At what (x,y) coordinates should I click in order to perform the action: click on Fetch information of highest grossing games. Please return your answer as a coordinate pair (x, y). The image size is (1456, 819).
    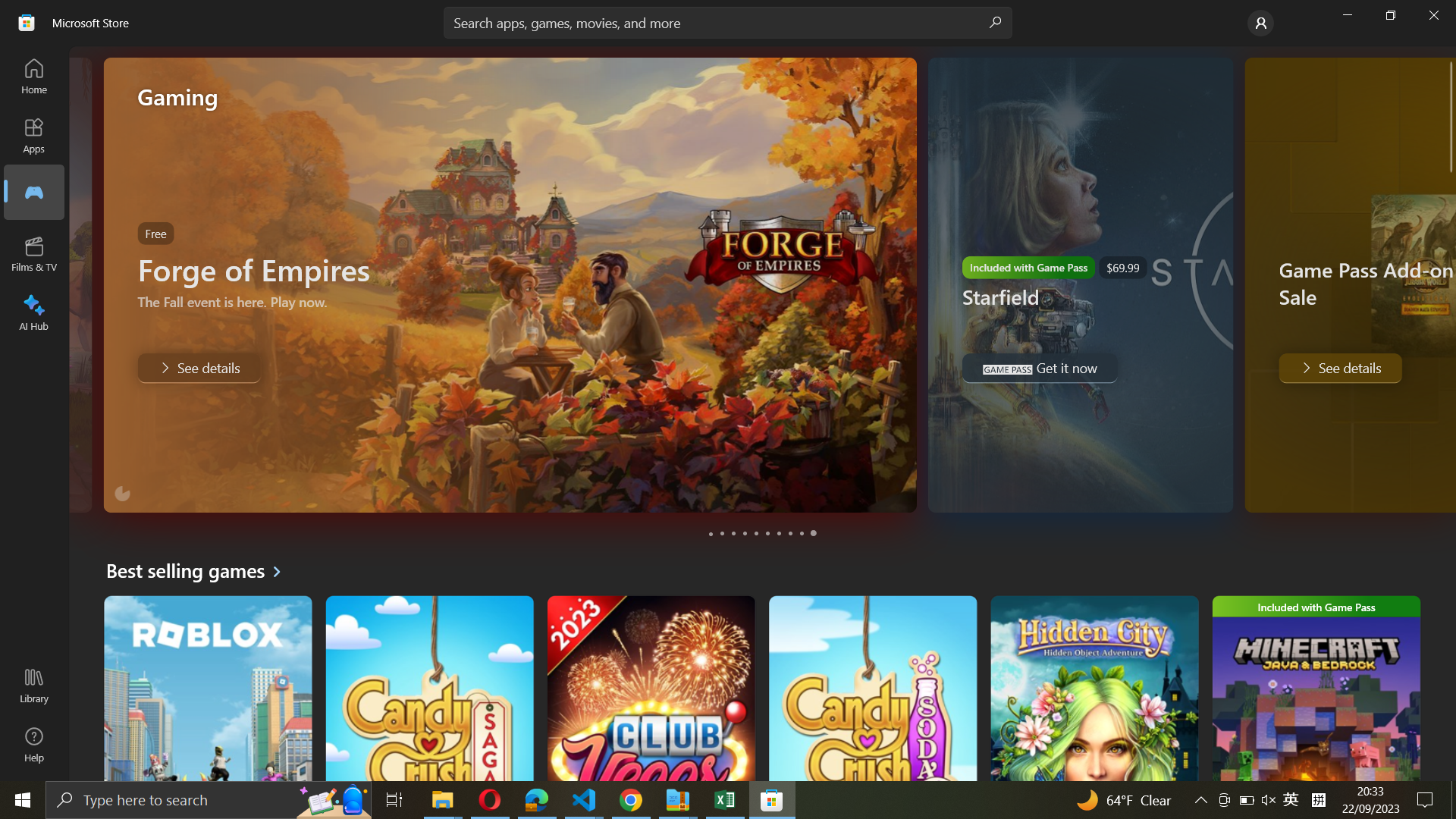
    Looking at the image, I should click on (199, 570).